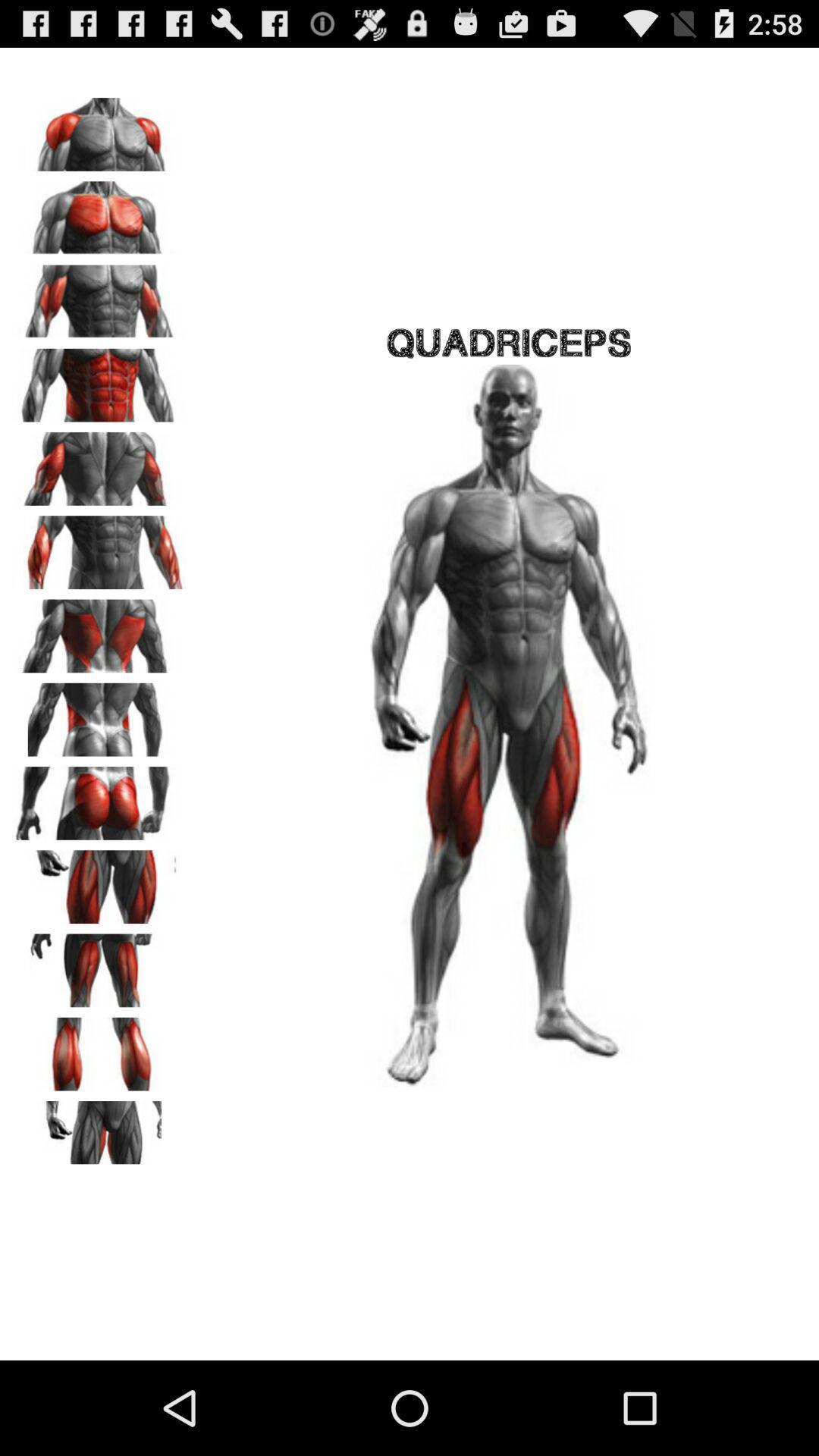 This screenshot has width=819, height=1456. I want to click on the pause icon, so click(99, 764).